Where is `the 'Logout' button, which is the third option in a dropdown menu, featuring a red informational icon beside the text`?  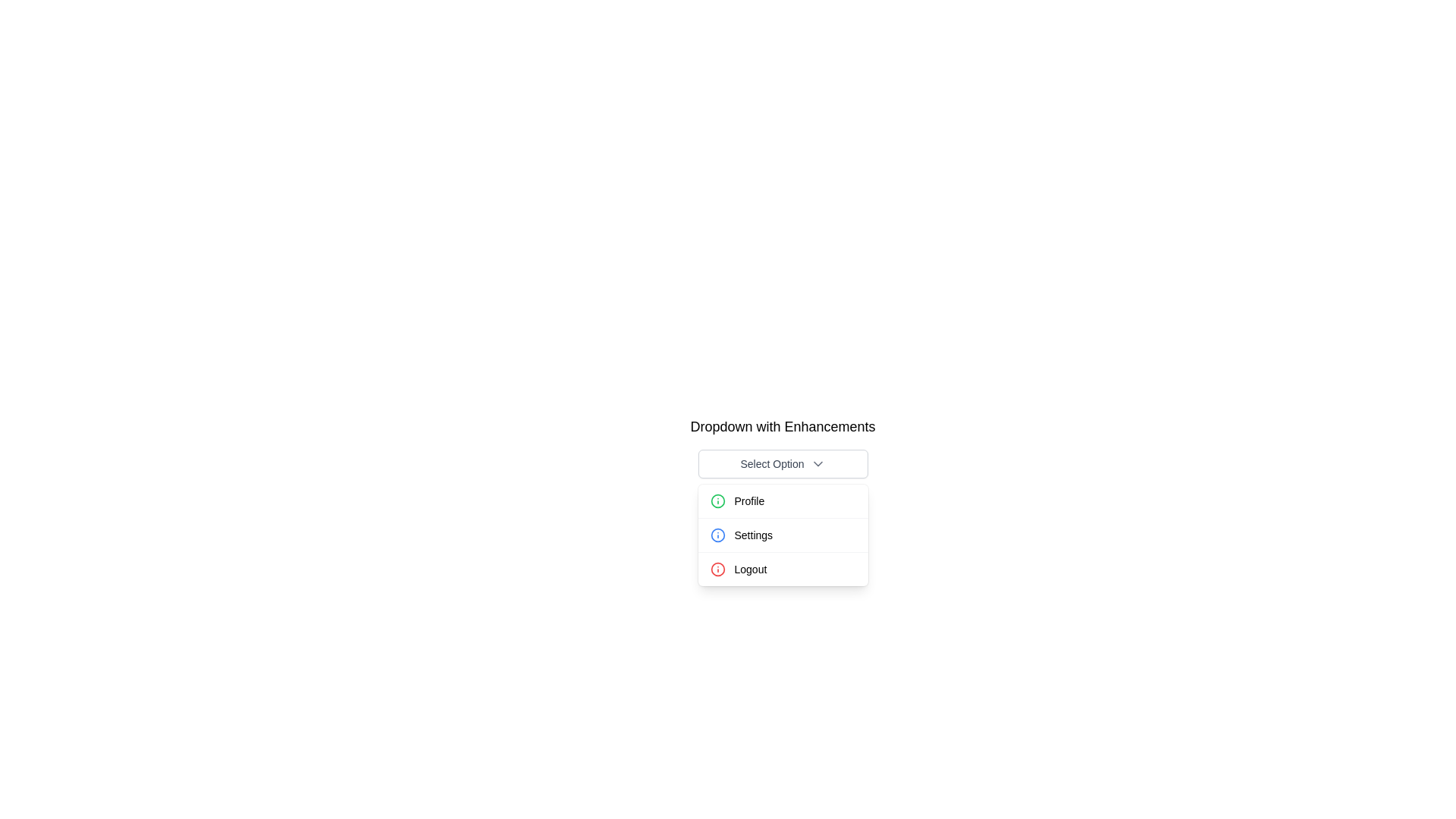
the 'Logout' button, which is the third option in a dropdown menu, featuring a red informational icon beside the text is located at coordinates (783, 569).